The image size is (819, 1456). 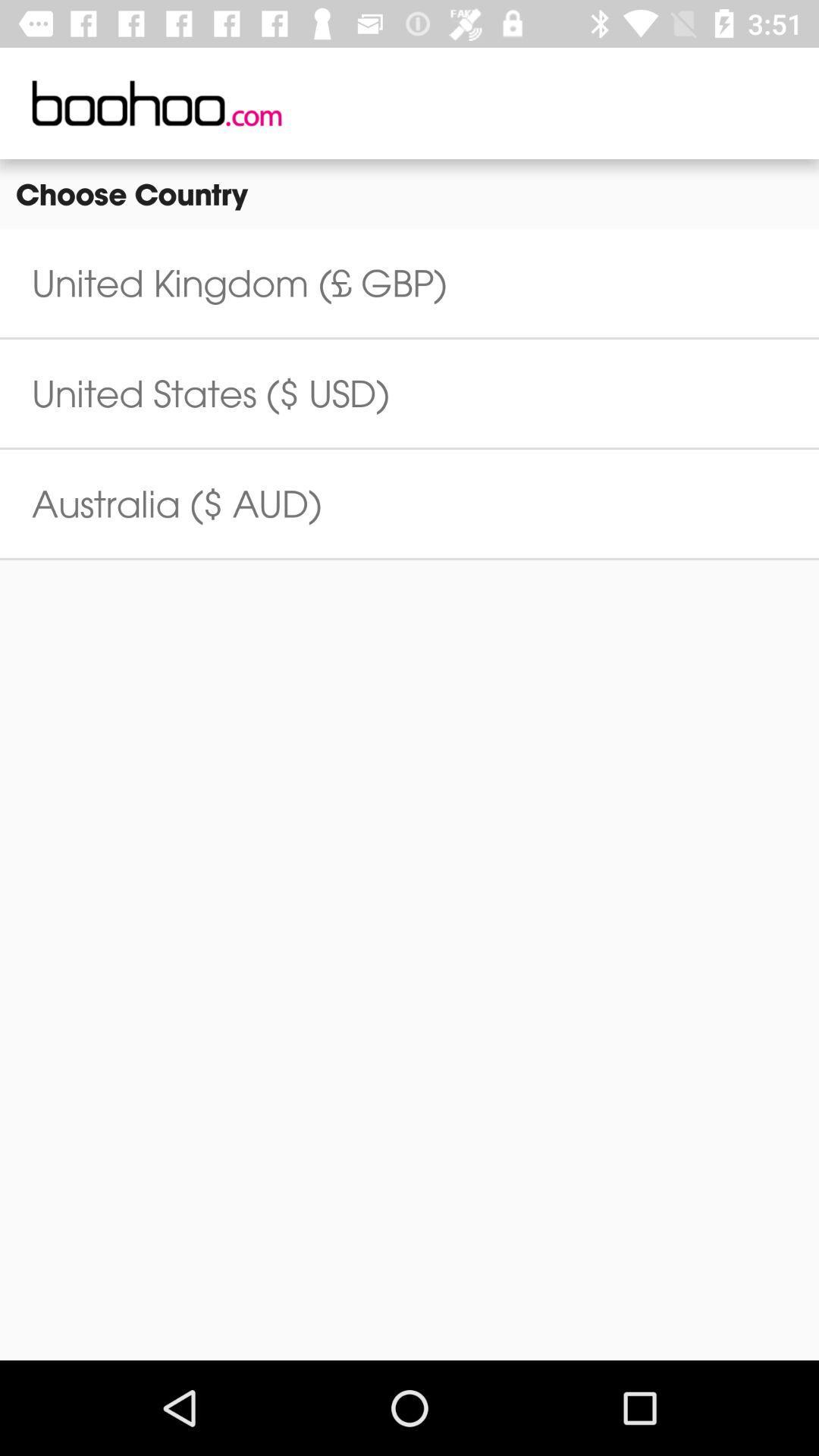 What do you see at coordinates (239, 283) in the screenshot?
I see `the icon above the united states ($ usd) icon` at bounding box center [239, 283].